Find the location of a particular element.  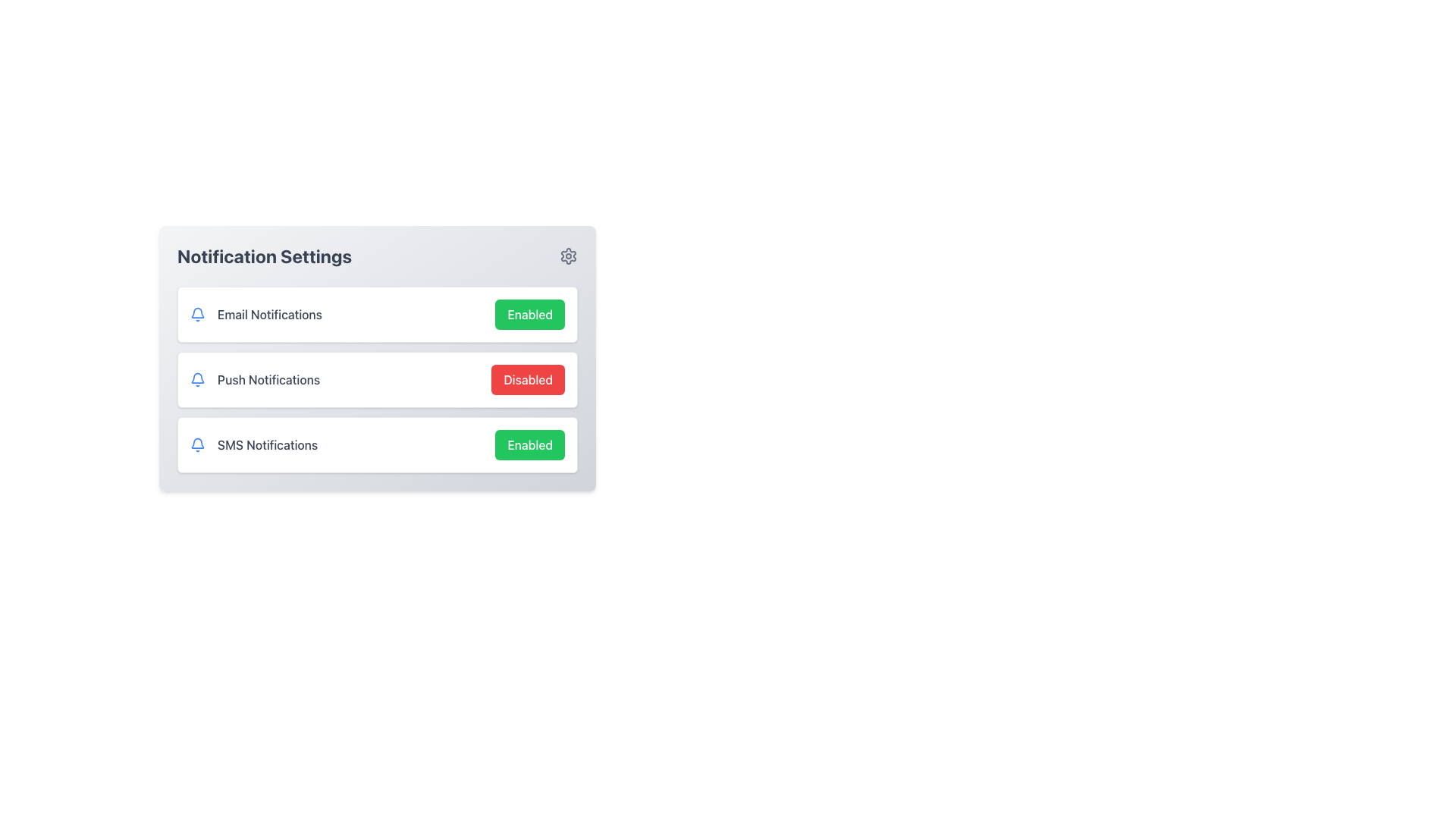

the text label that identifies the SMS notification setting, positioned to the right of the bell icon in the bottom notification settings row is located at coordinates (268, 444).